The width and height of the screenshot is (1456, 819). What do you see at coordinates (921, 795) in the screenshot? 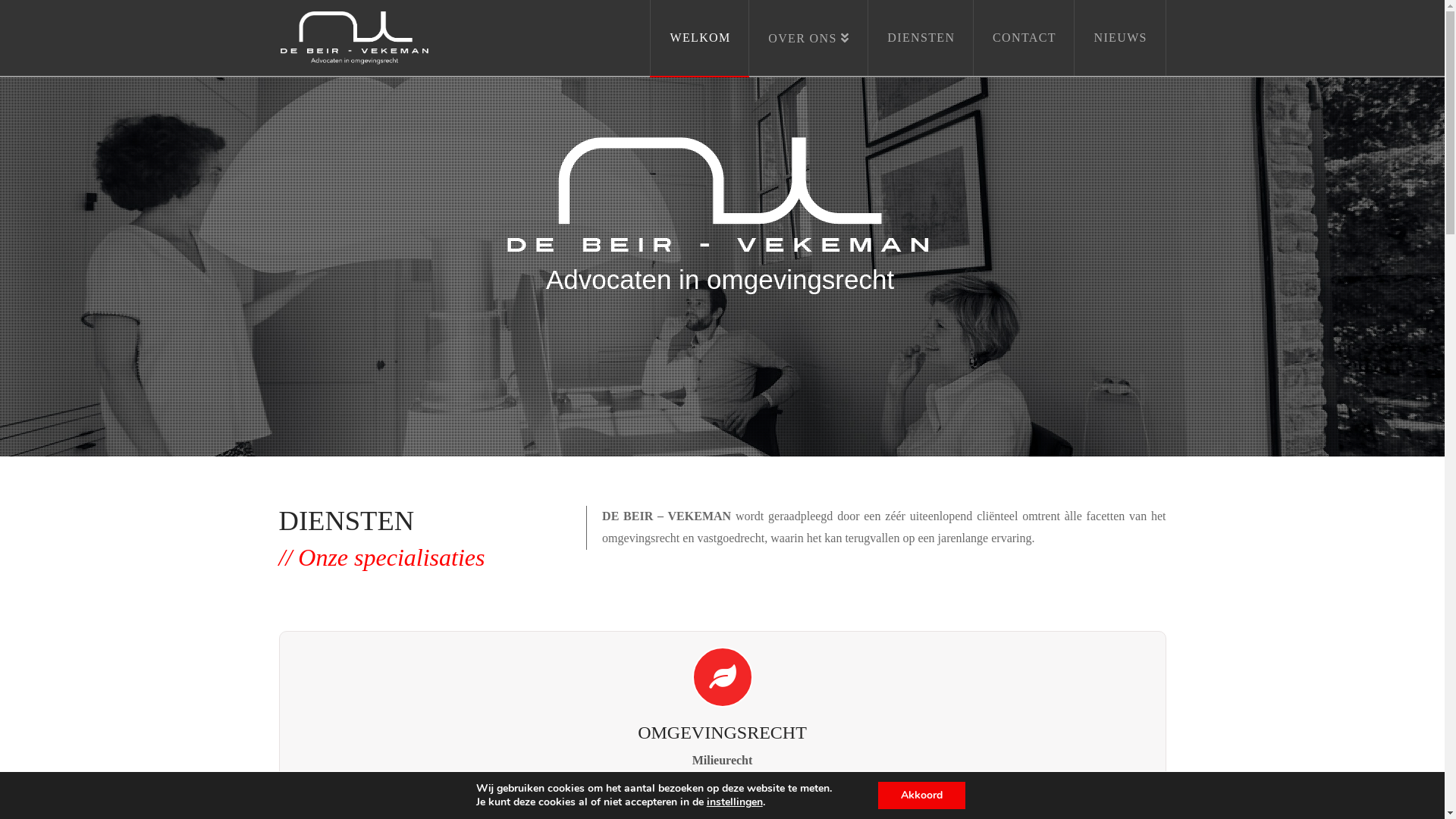
I see `'Akkoord'` at bounding box center [921, 795].